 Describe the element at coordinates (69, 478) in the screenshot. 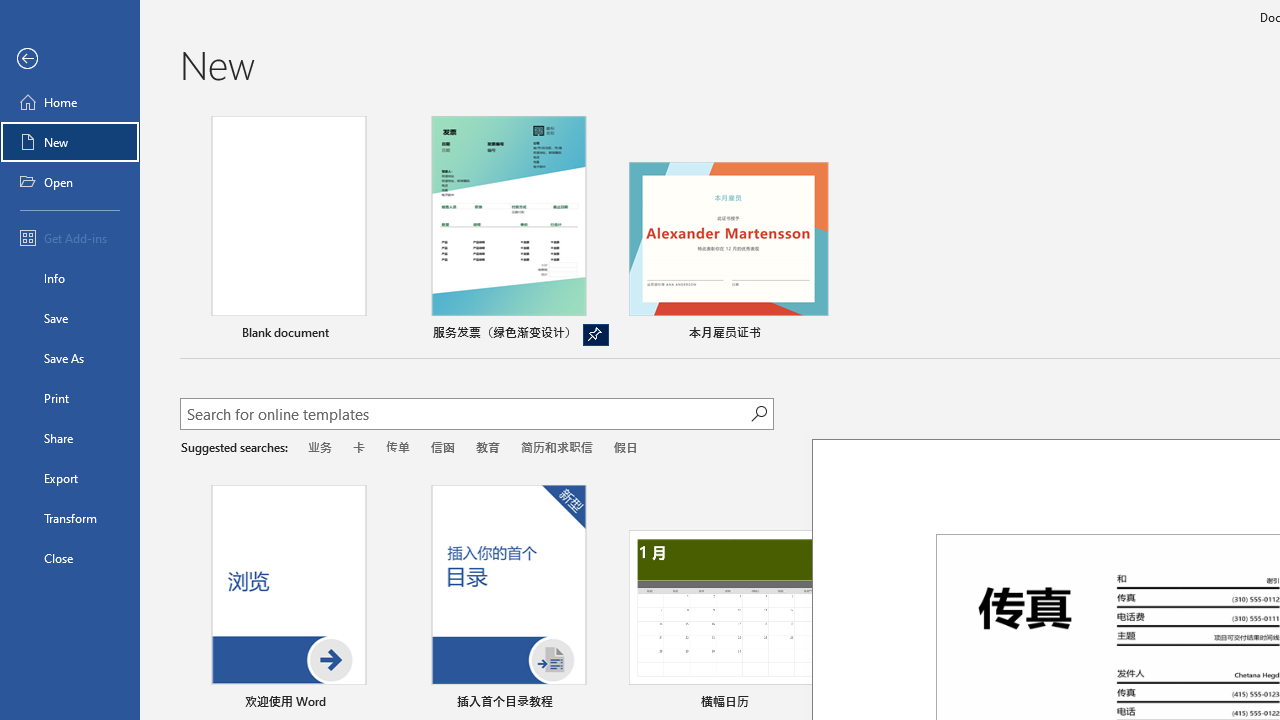

I see `'Export'` at that location.